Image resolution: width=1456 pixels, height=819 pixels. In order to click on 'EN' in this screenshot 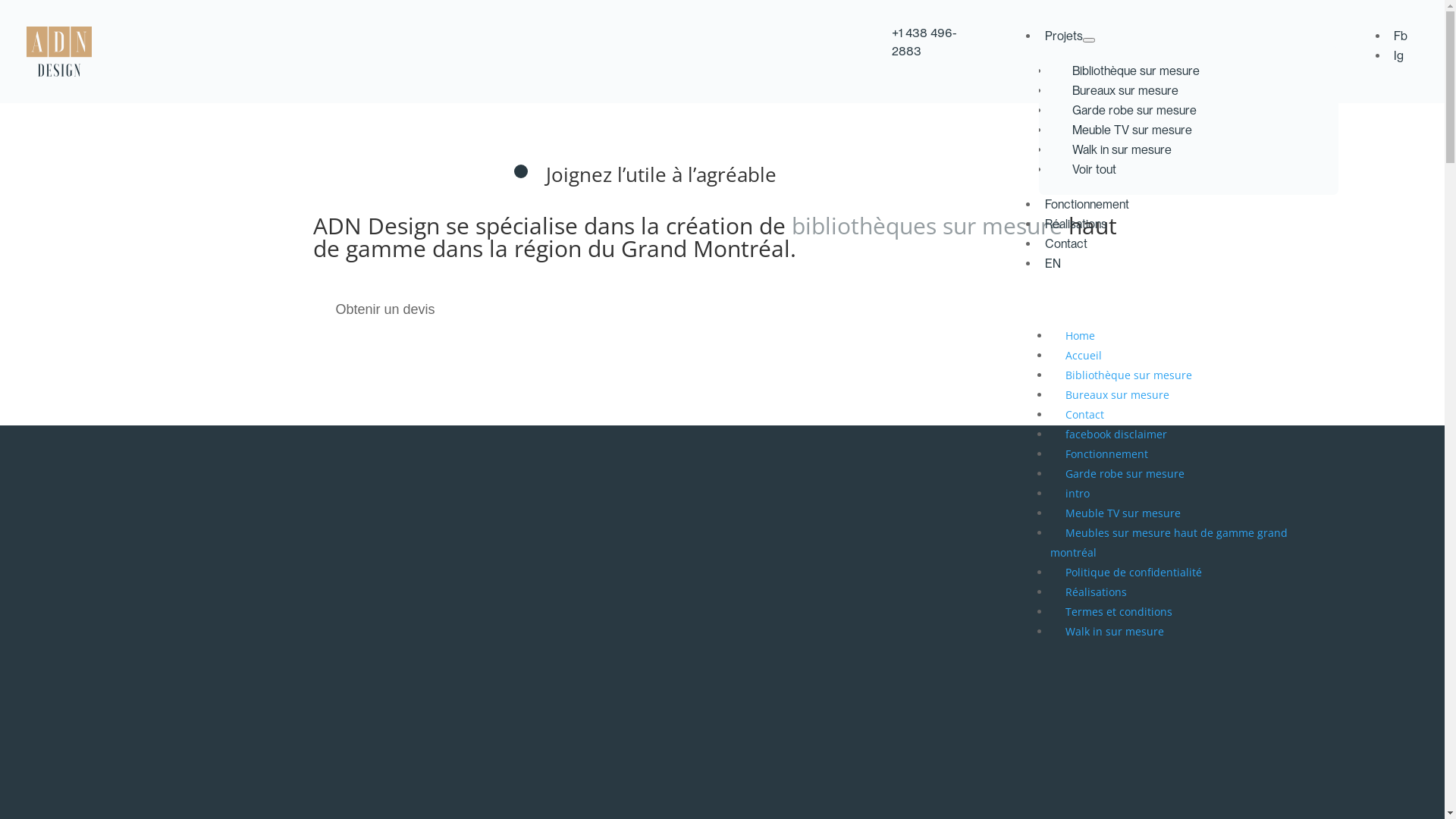, I will do `click(1051, 266)`.